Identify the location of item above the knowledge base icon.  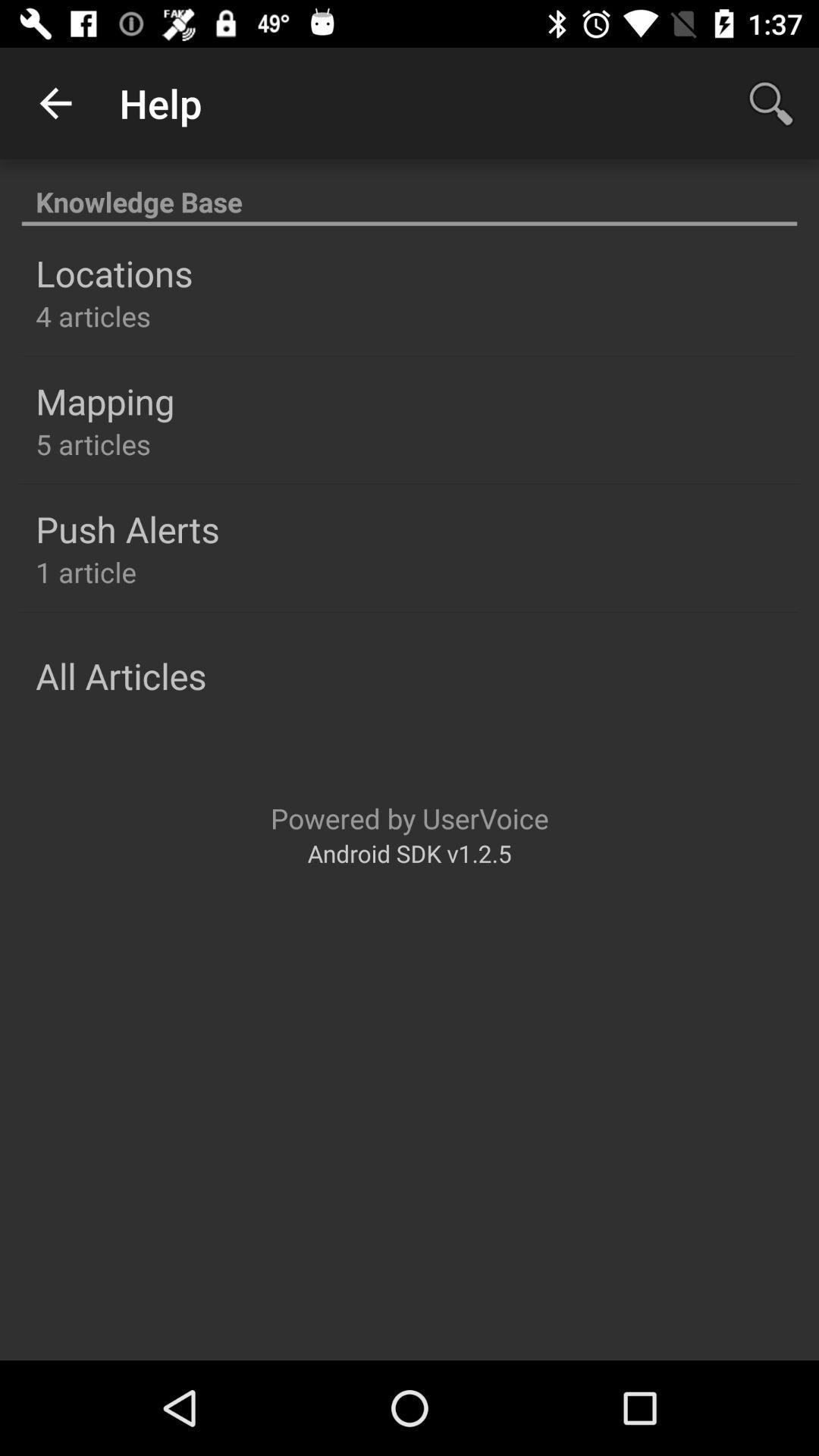
(771, 102).